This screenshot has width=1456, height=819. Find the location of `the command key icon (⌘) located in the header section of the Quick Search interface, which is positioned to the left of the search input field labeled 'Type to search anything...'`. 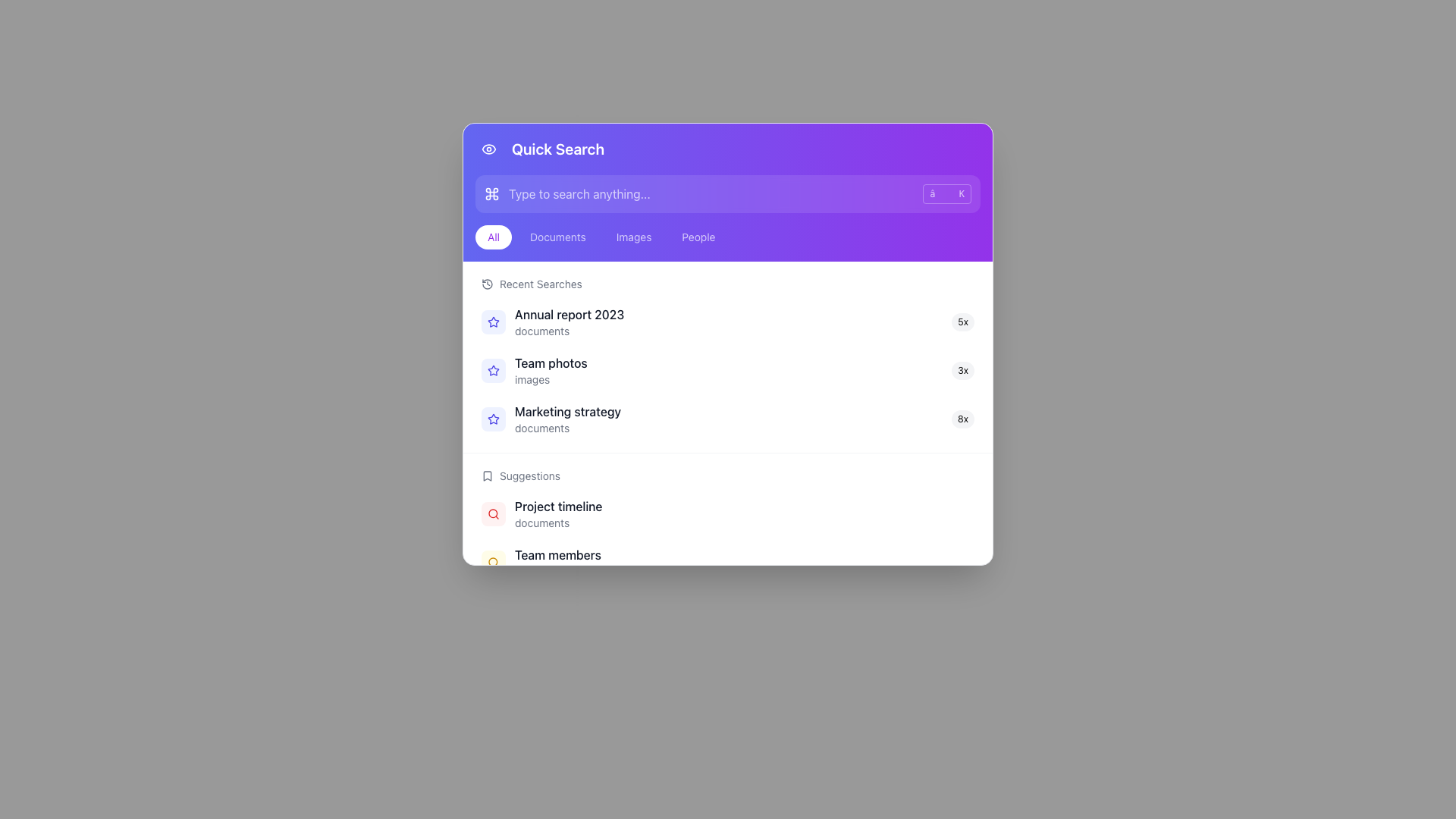

the command key icon (⌘) located in the header section of the Quick Search interface, which is positioned to the left of the search input field labeled 'Type to search anything...' is located at coordinates (491, 193).